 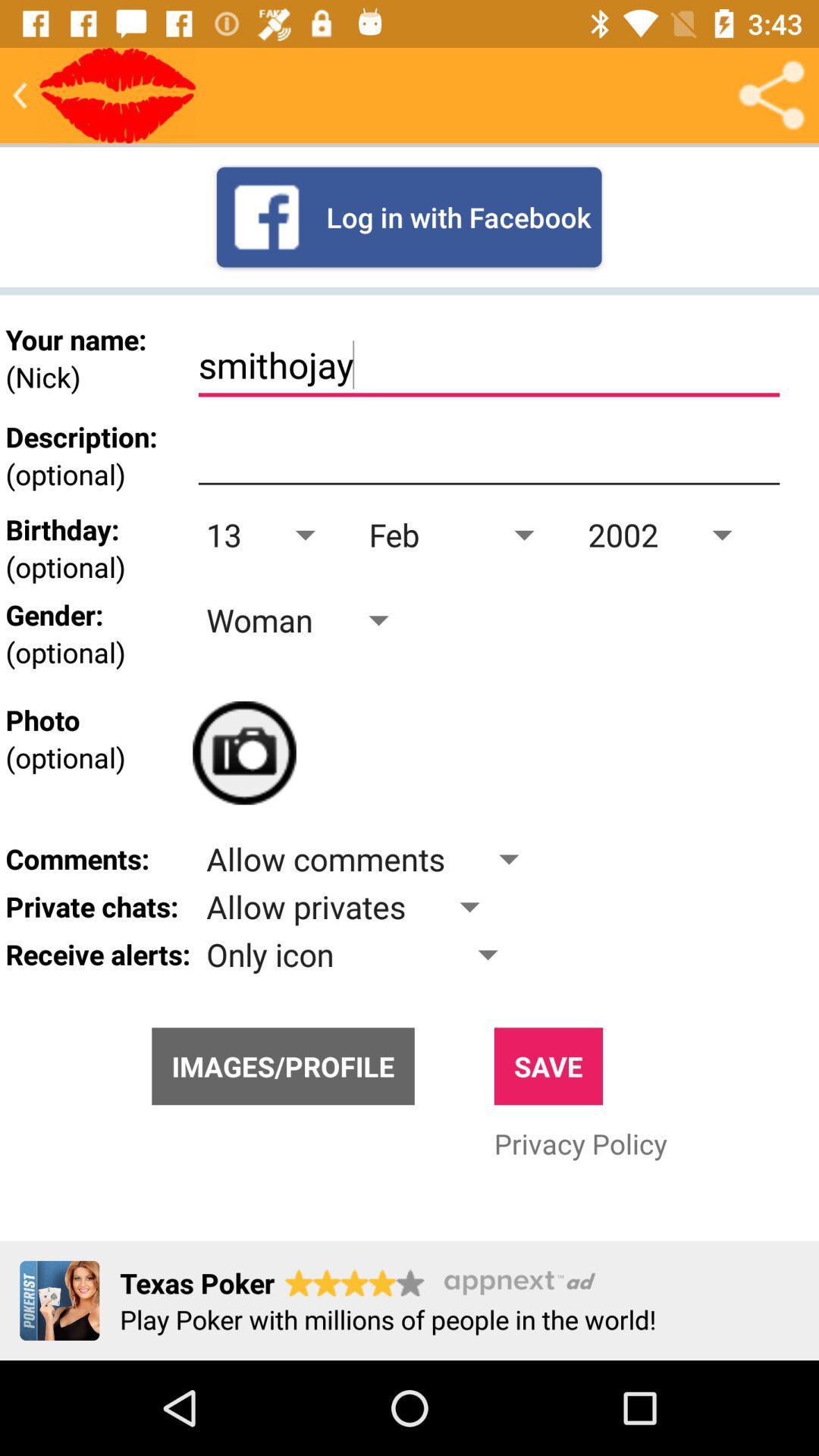 I want to click on share the article, so click(x=771, y=94).